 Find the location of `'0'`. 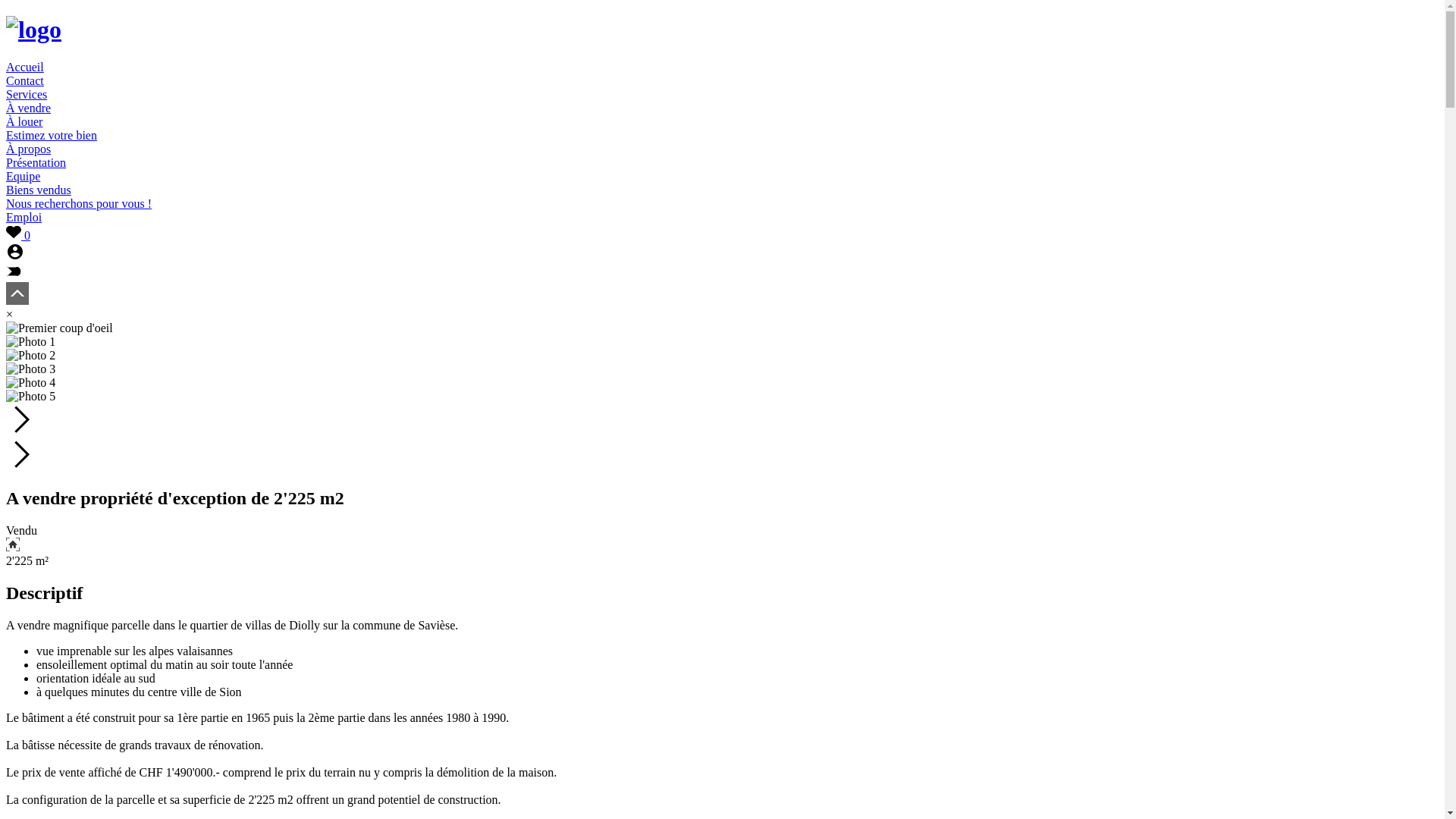

'0' is located at coordinates (18, 235).